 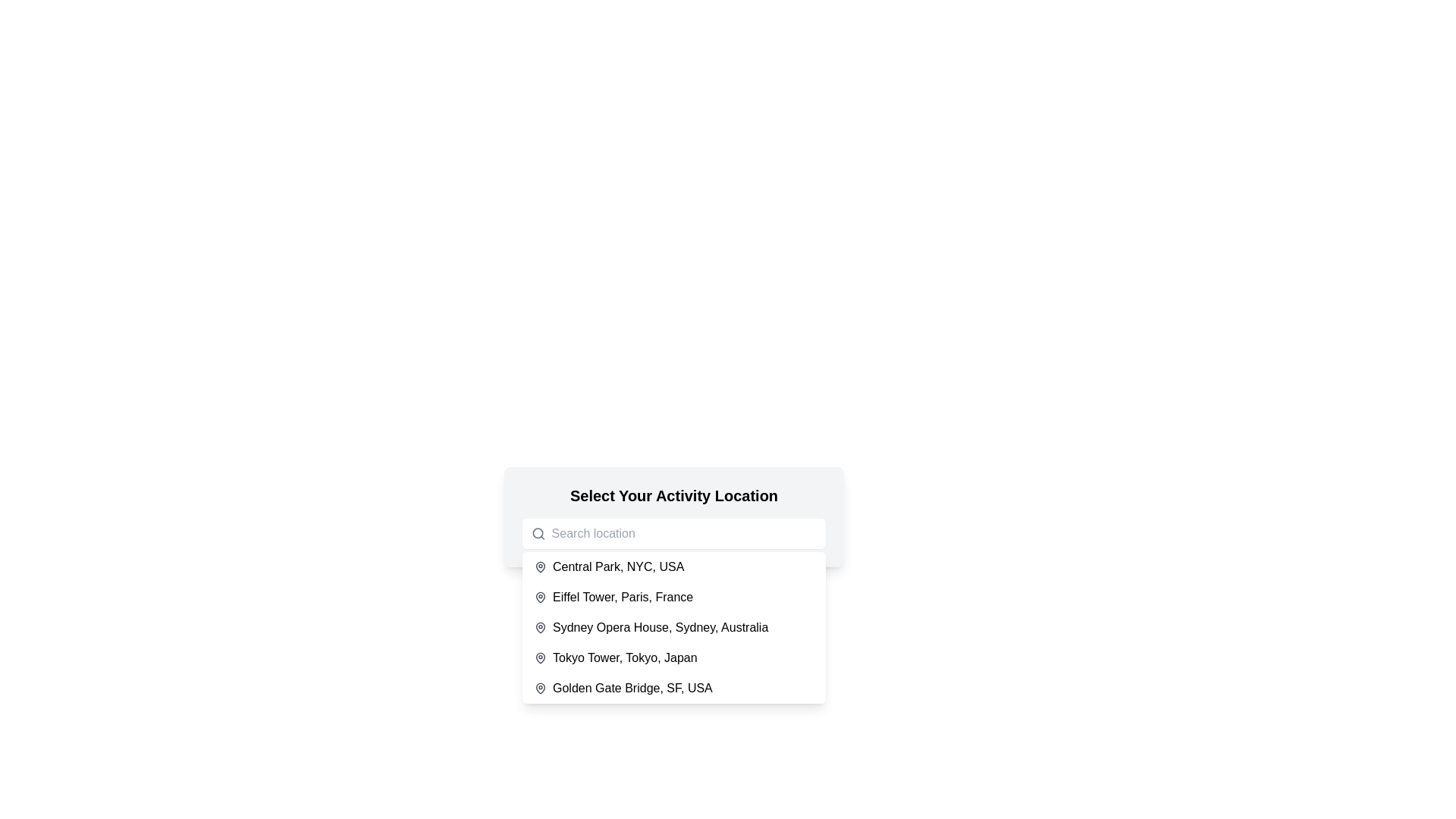 What do you see at coordinates (673, 628) in the screenshot?
I see `the dropdown menu below the search input field` at bounding box center [673, 628].